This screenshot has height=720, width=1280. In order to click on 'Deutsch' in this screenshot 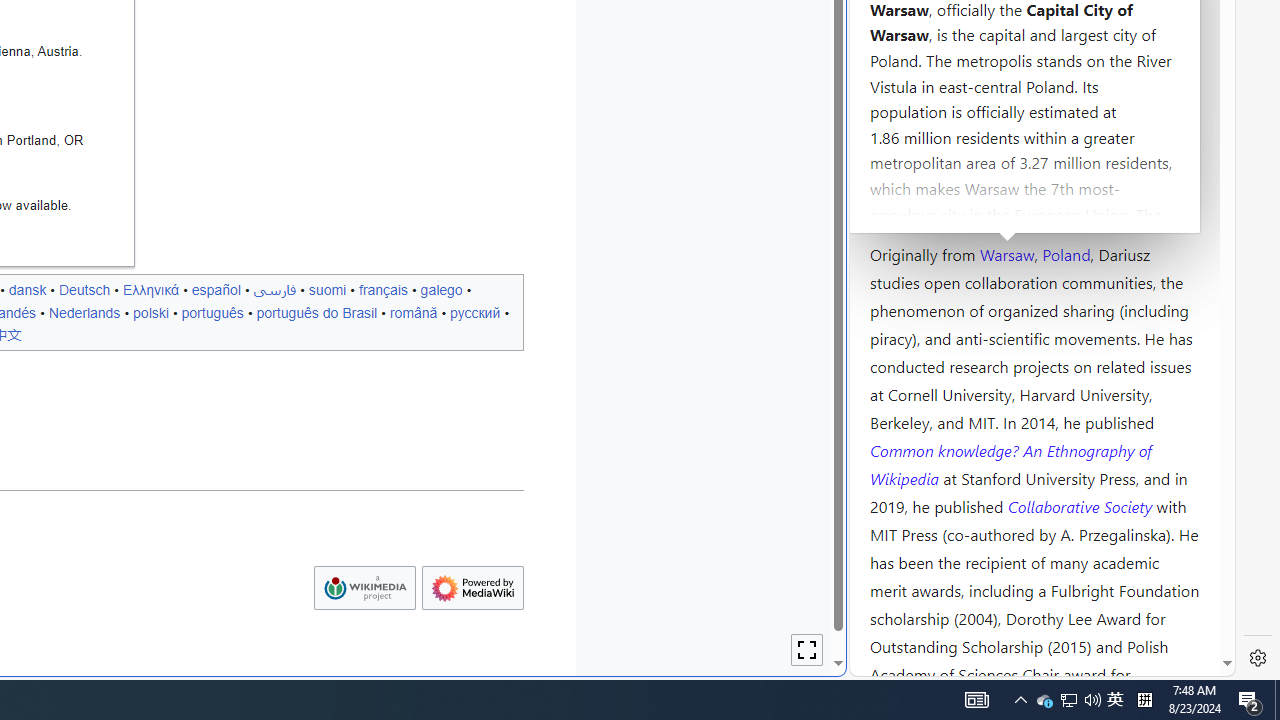, I will do `click(83, 289)`.